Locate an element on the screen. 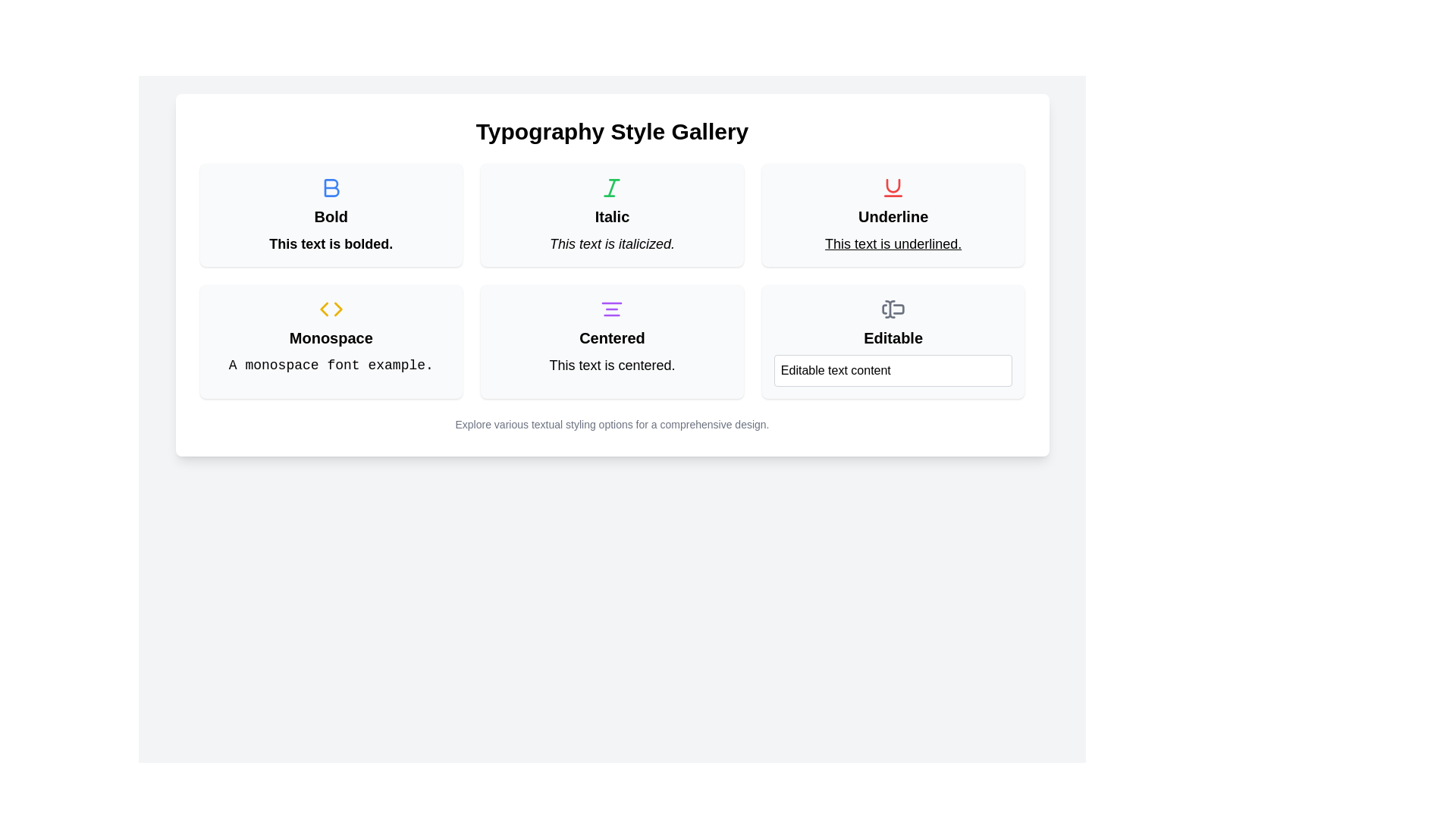  the bold text label element that serves as a title or header, positioned below an icon and above a descriptive text element is located at coordinates (330, 216).